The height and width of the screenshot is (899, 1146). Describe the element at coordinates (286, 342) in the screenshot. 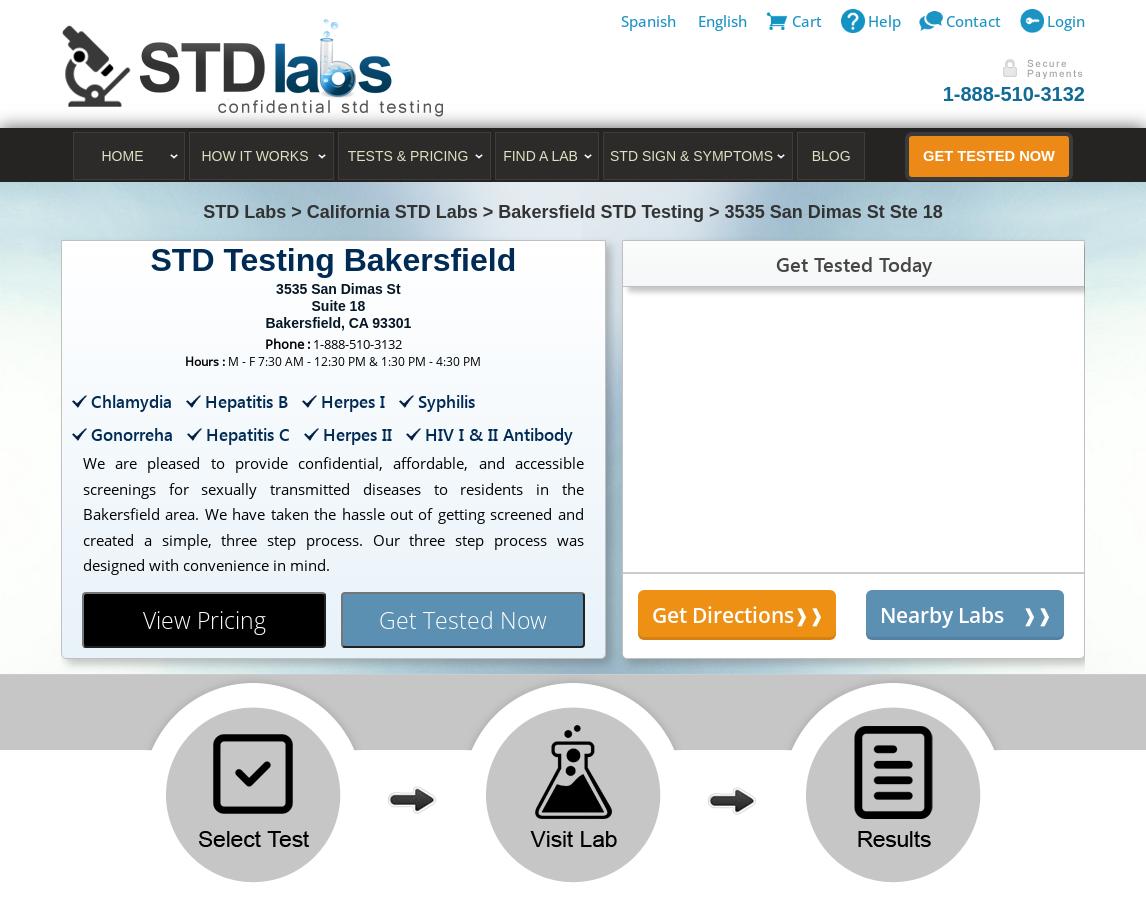

I see `'Phone :'` at that location.